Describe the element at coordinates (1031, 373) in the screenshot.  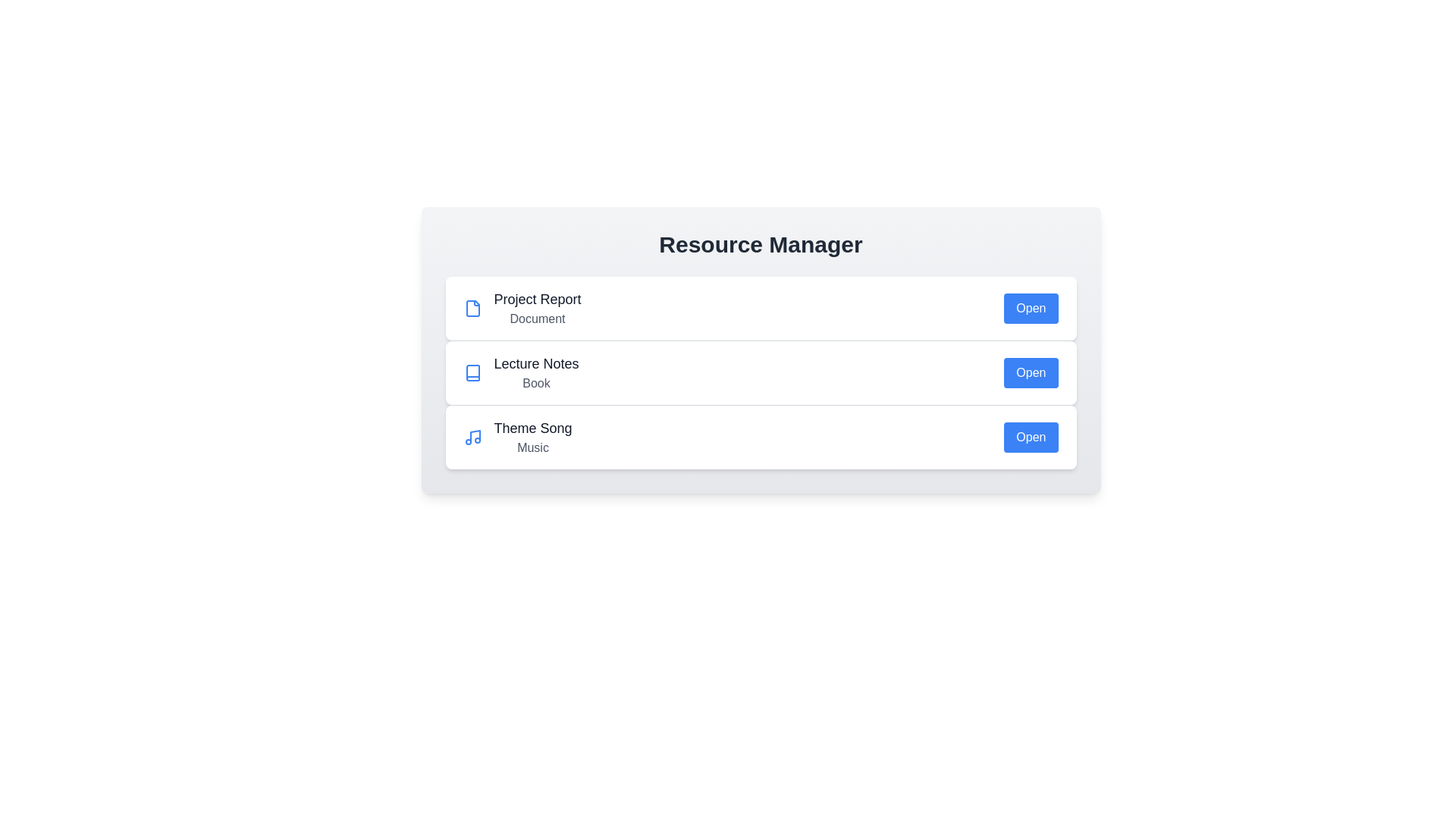
I see `'Open' button for the resource identified by Lecture Notes` at that location.